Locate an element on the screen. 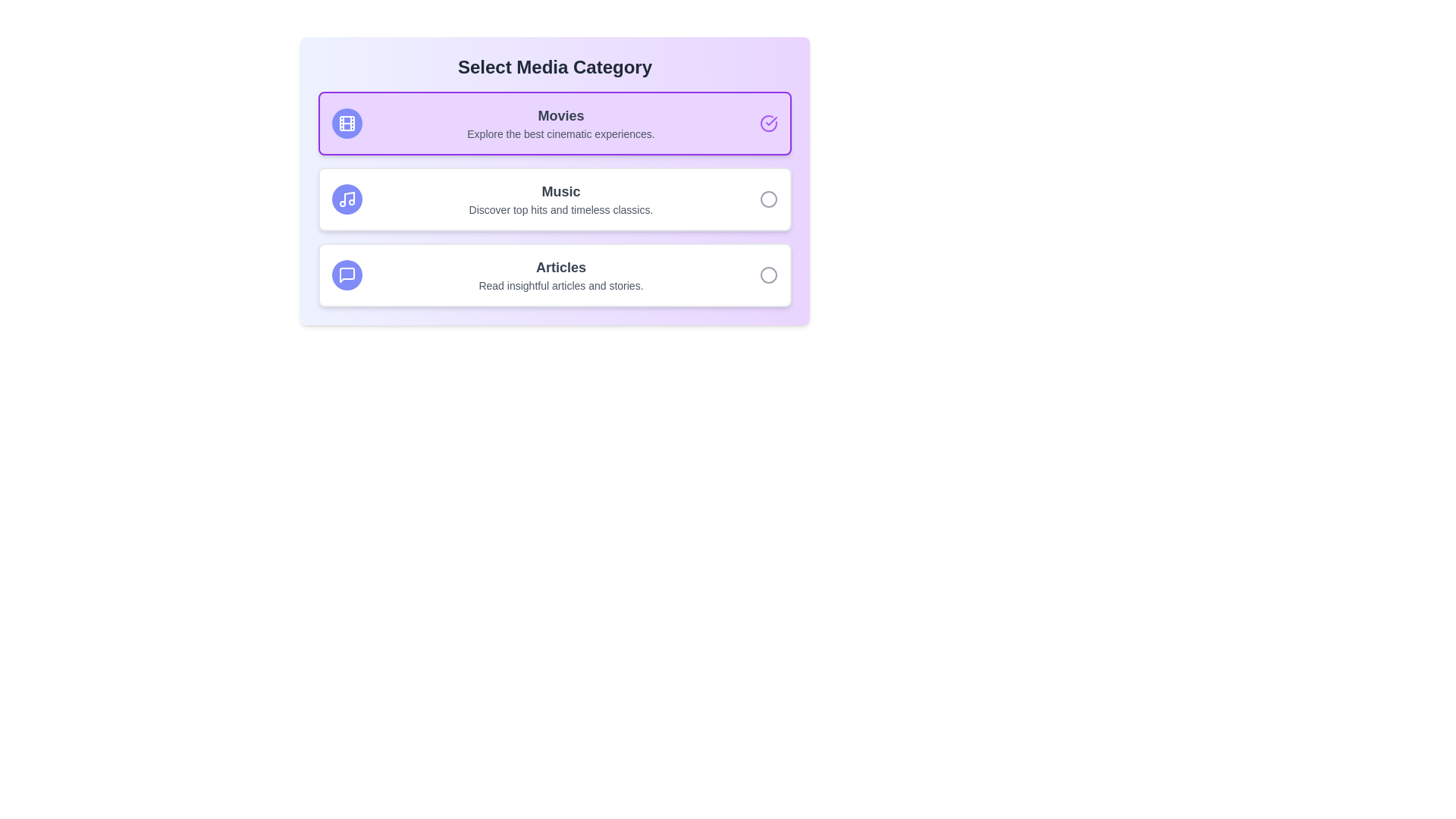 Image resolution: width=1456 pixels, height=819 pixels. the text label reading 'Discover top hits and timeless classics.' which is styled with a gray font and positioned below the 'Music' category is located at coordinates (560, 210).